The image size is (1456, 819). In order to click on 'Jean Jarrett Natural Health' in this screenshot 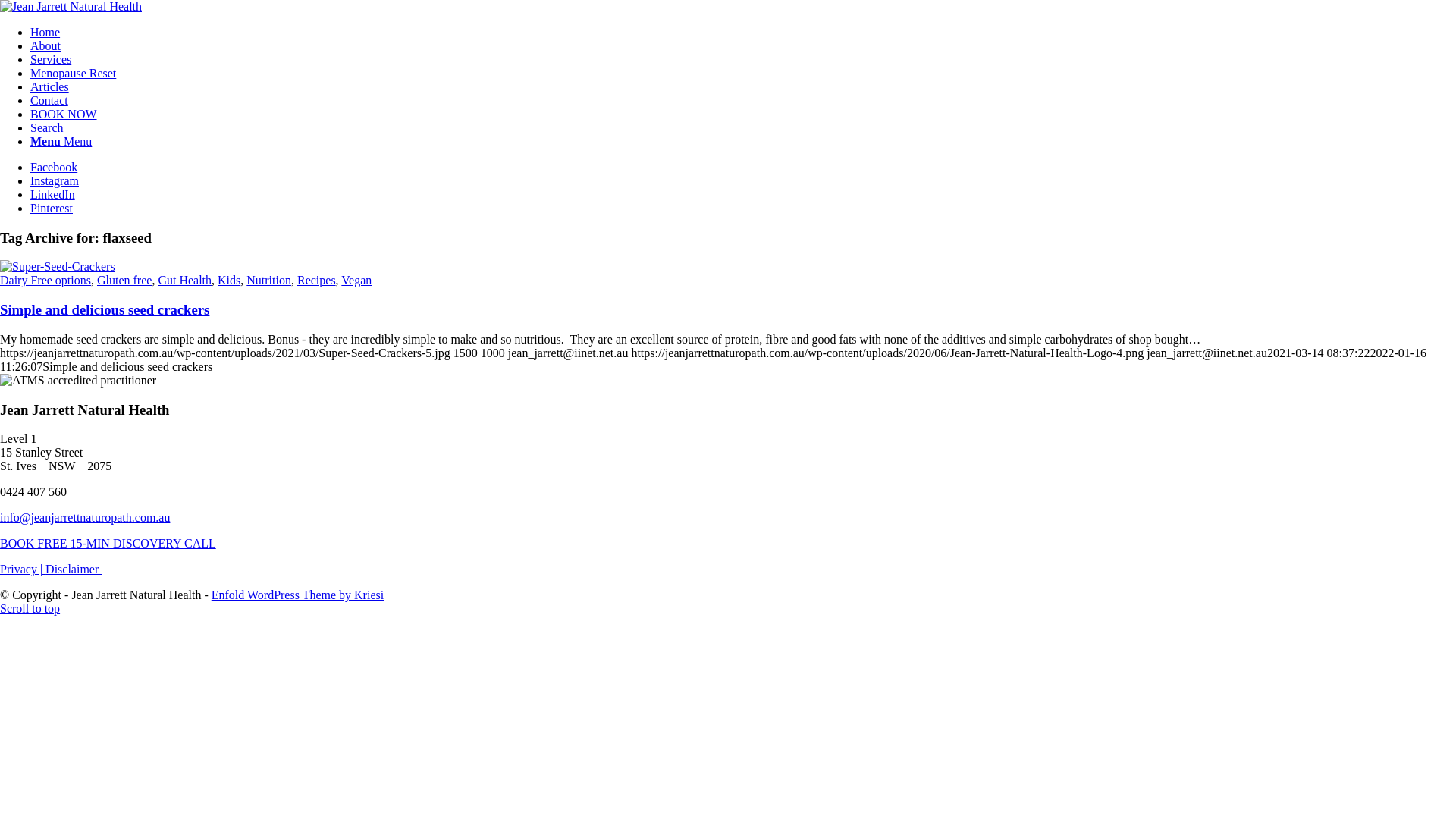, I will do `click(70, 6)`.